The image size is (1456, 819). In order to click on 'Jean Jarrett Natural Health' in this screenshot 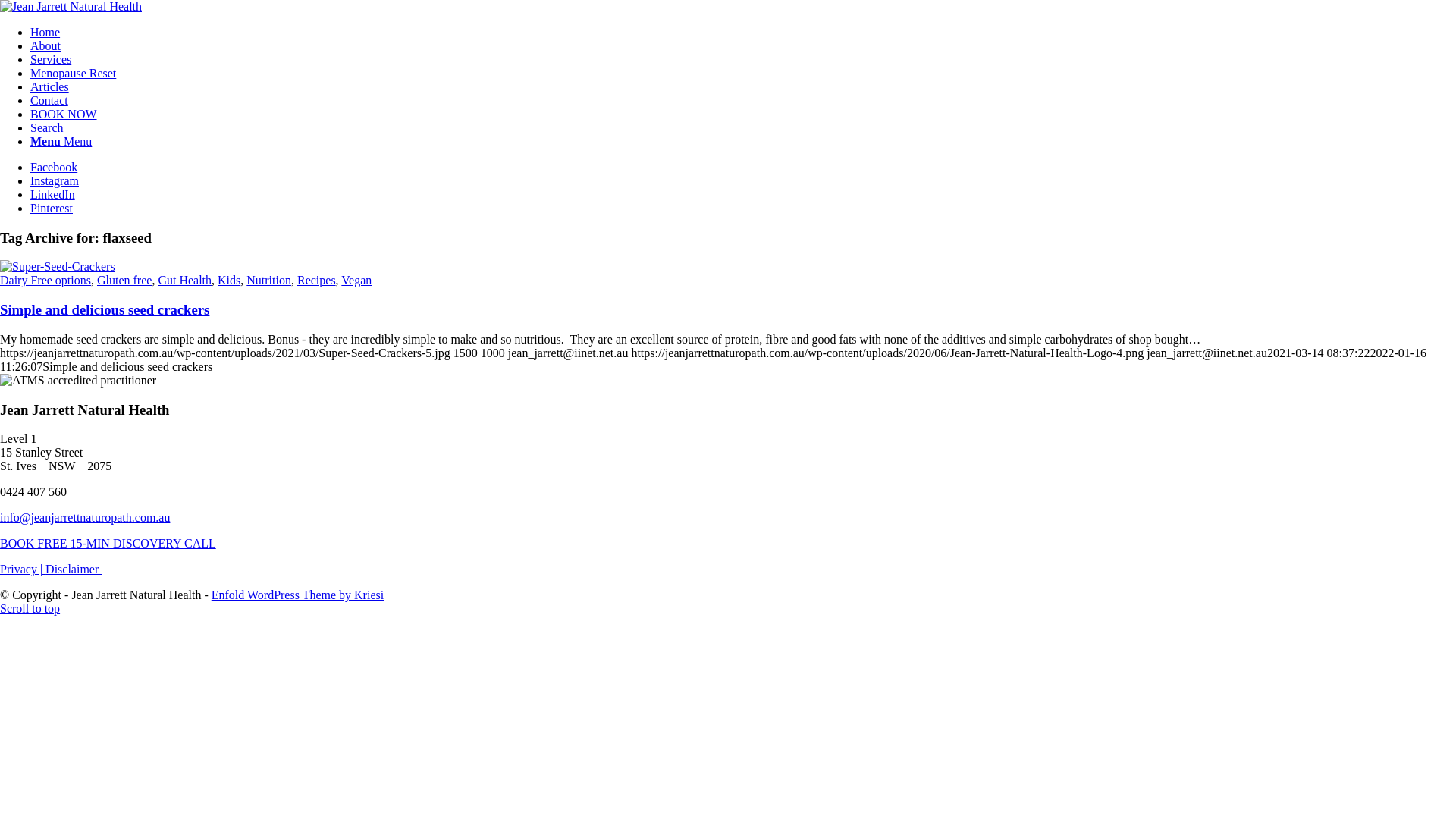, I will do `click(70, 6)`.